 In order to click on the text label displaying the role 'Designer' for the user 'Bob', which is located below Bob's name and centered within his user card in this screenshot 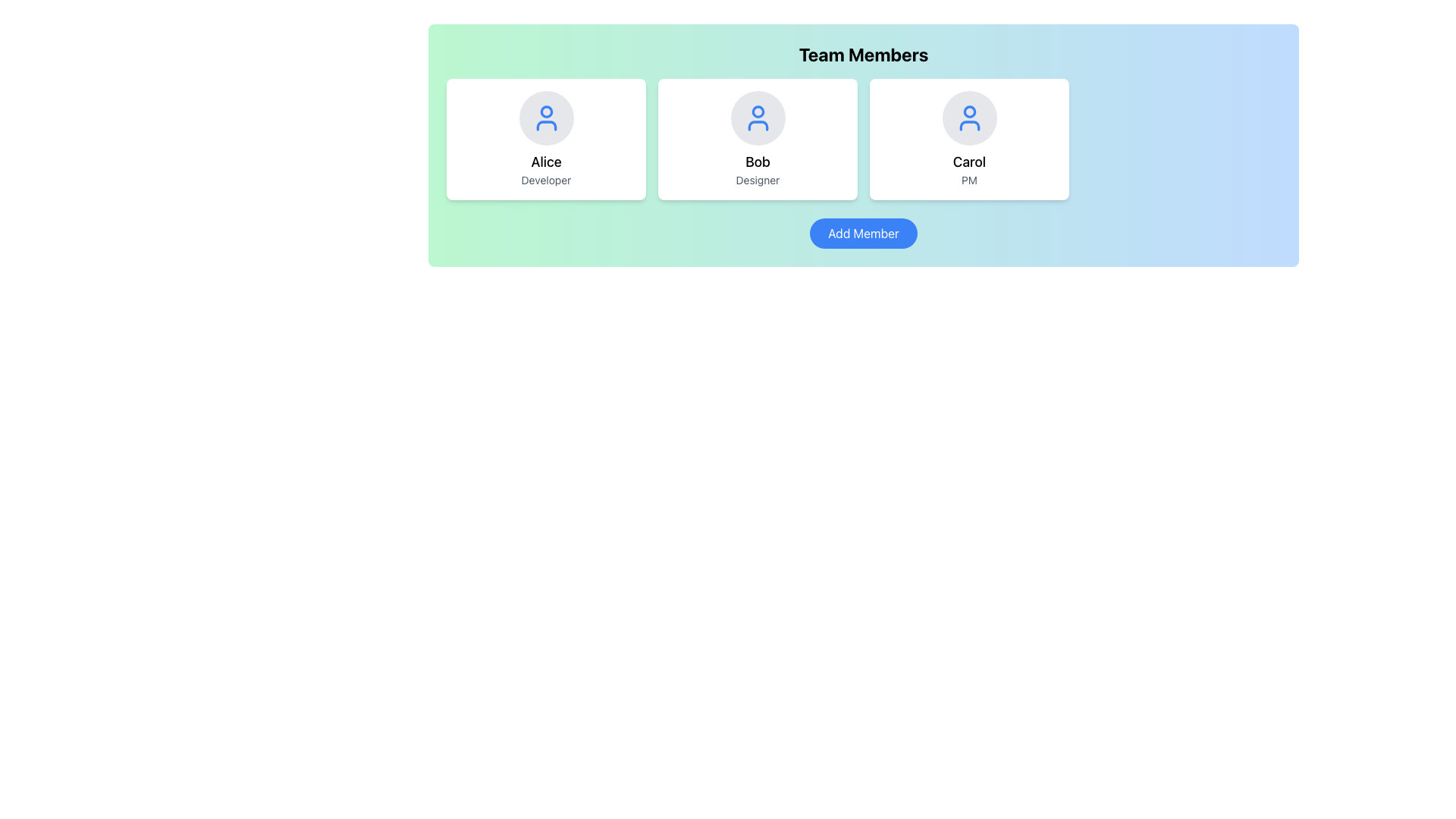, I will do `click(758, 180)`.